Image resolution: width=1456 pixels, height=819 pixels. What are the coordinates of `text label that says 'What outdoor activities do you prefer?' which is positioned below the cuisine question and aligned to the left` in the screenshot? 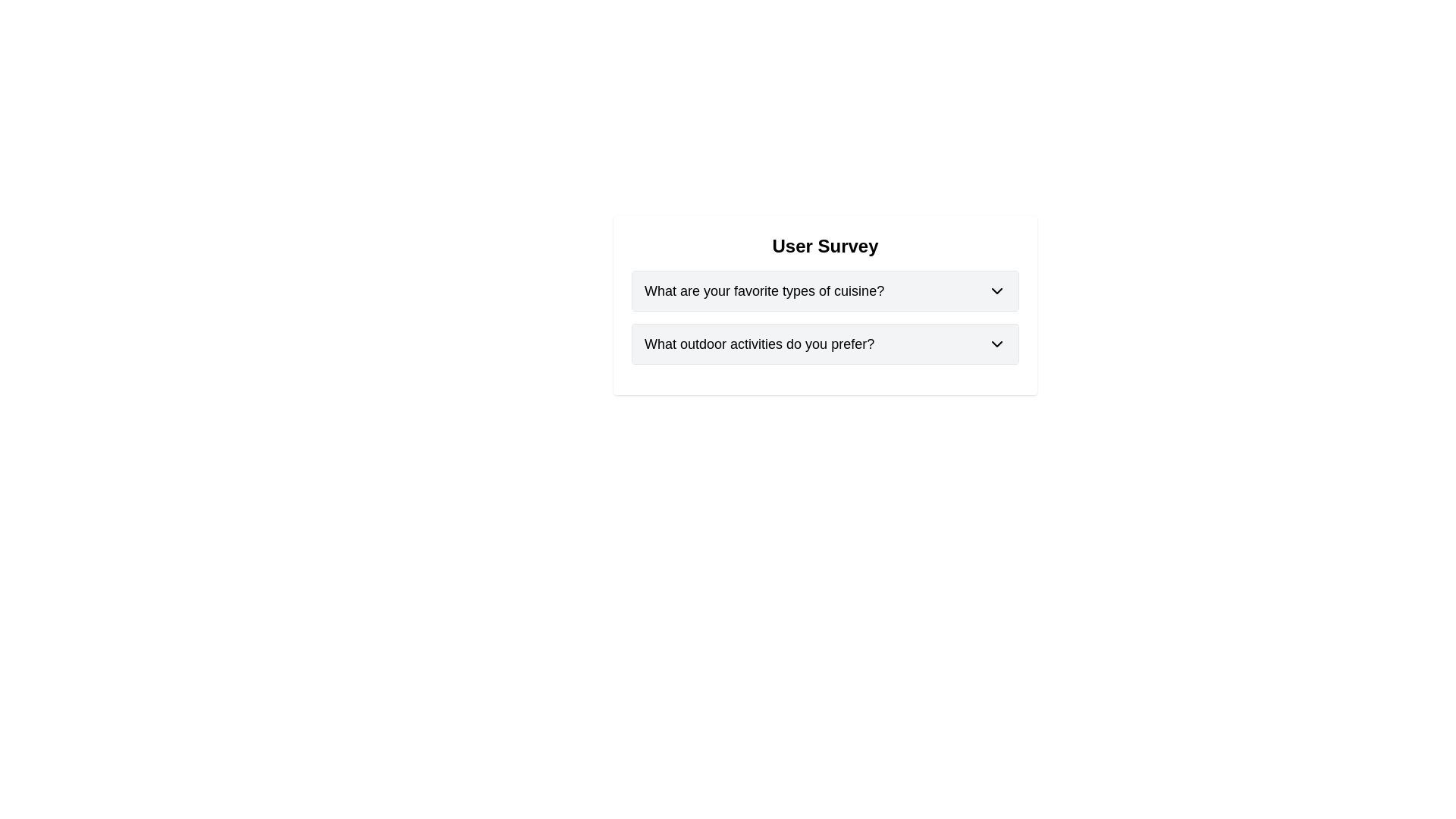 It's located at (759, 344).